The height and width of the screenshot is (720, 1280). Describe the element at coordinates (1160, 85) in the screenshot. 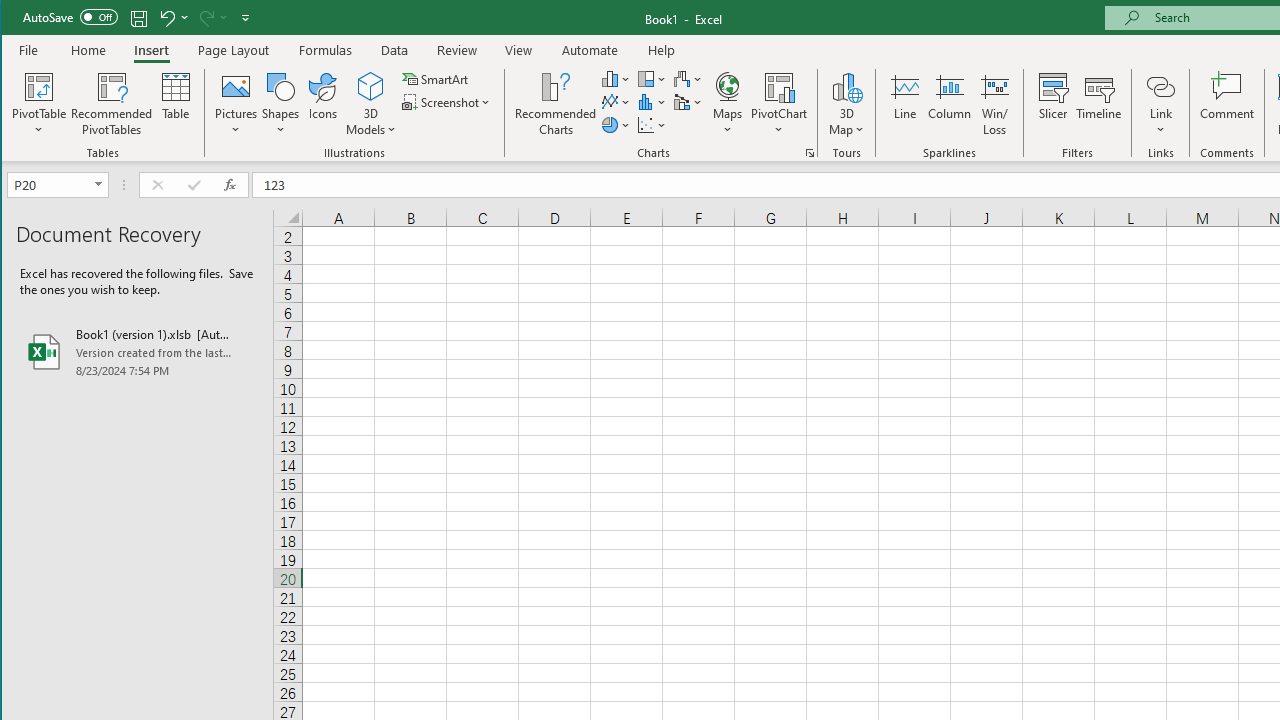

I see `'Link'` at that location.